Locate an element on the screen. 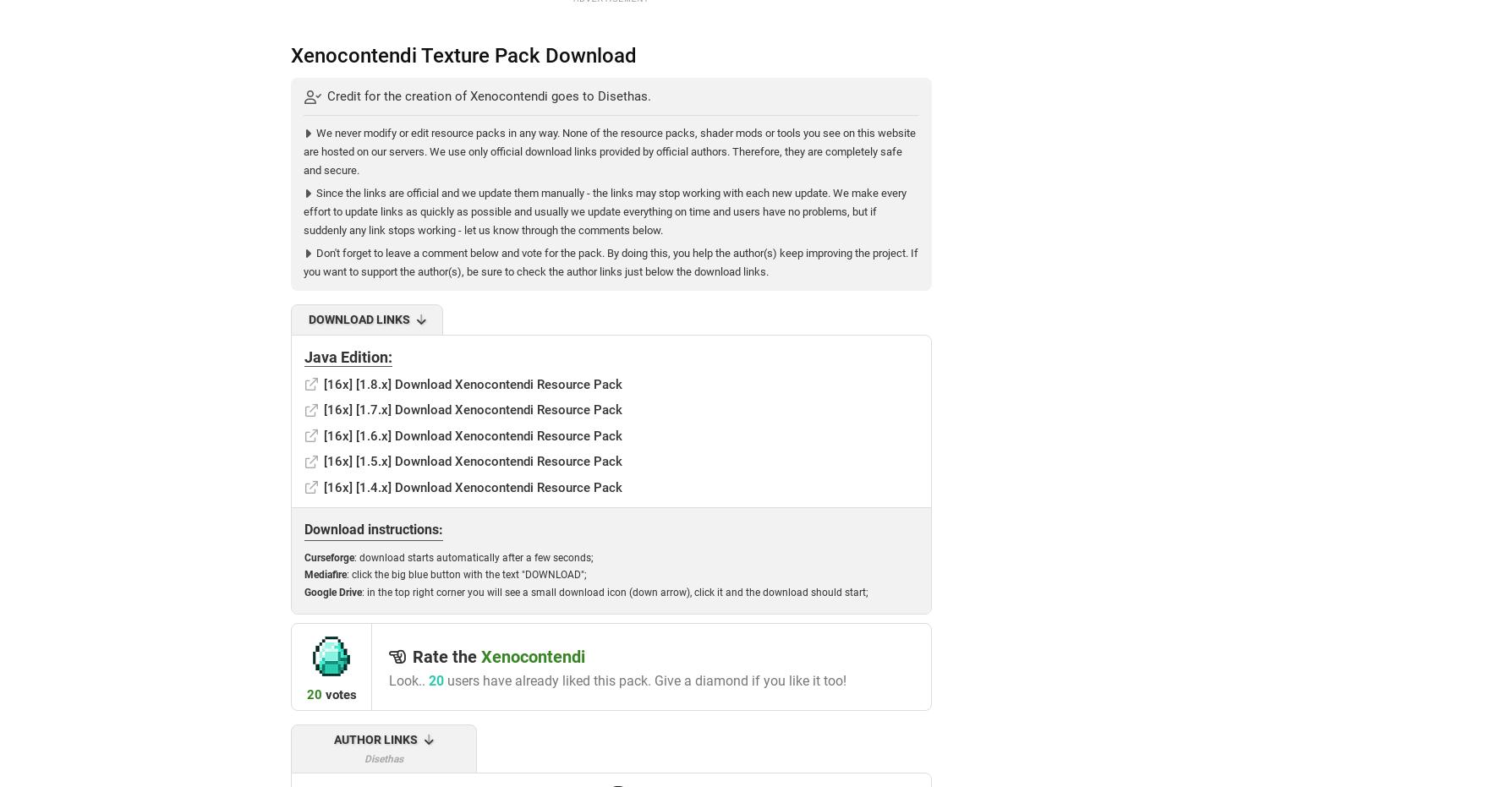  'users have already liked this pack. Give a diamond if you like it too!' is located at coordinates (443, 679).